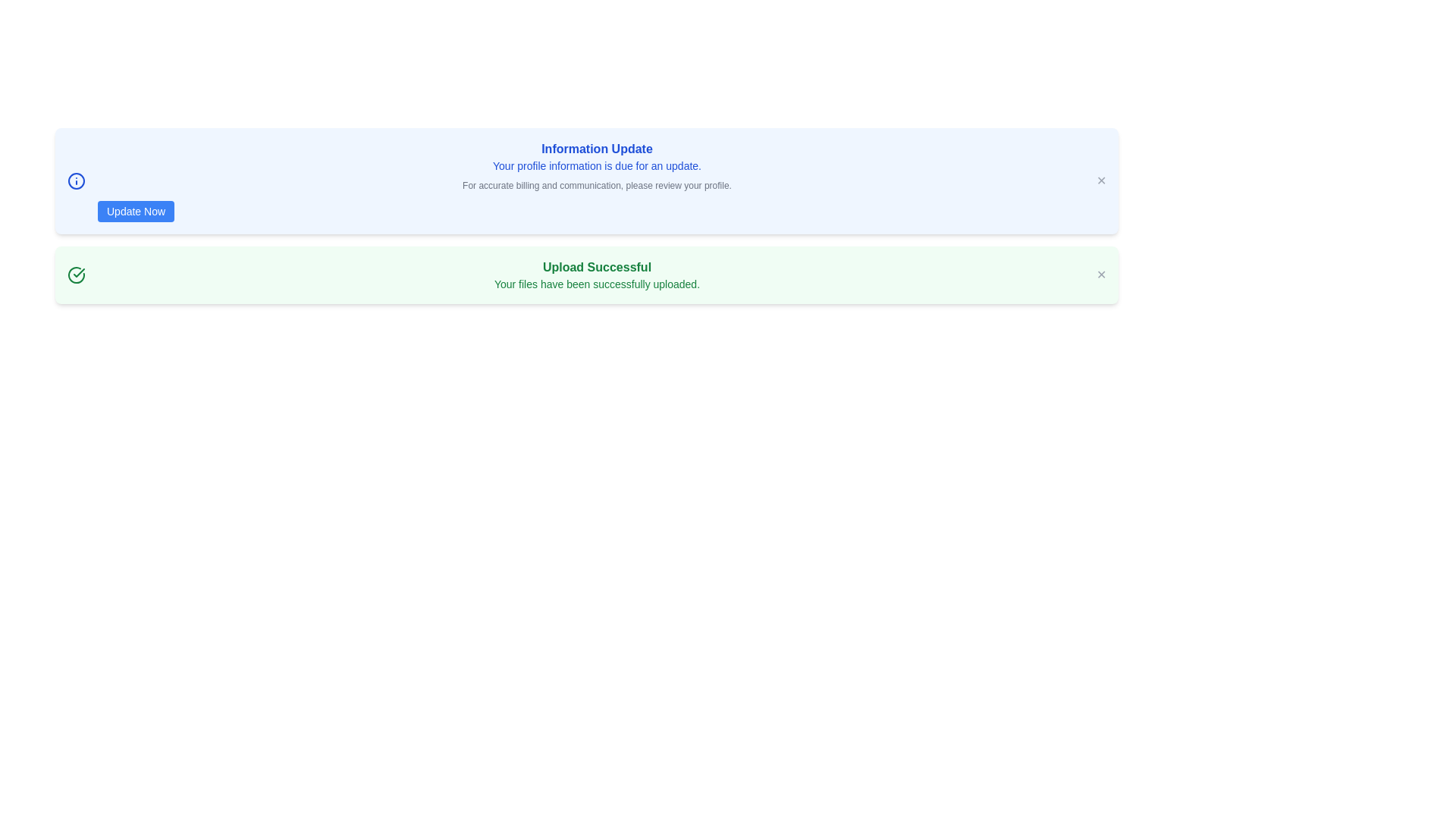 This screenshot has width=1456, height=819. Describe the element at coordinates (596, 185) in the screenshot. I see `static text element that provides additional information regarding billing and communication, located between the profile update prompt and the 'Update Now' button` at that location.